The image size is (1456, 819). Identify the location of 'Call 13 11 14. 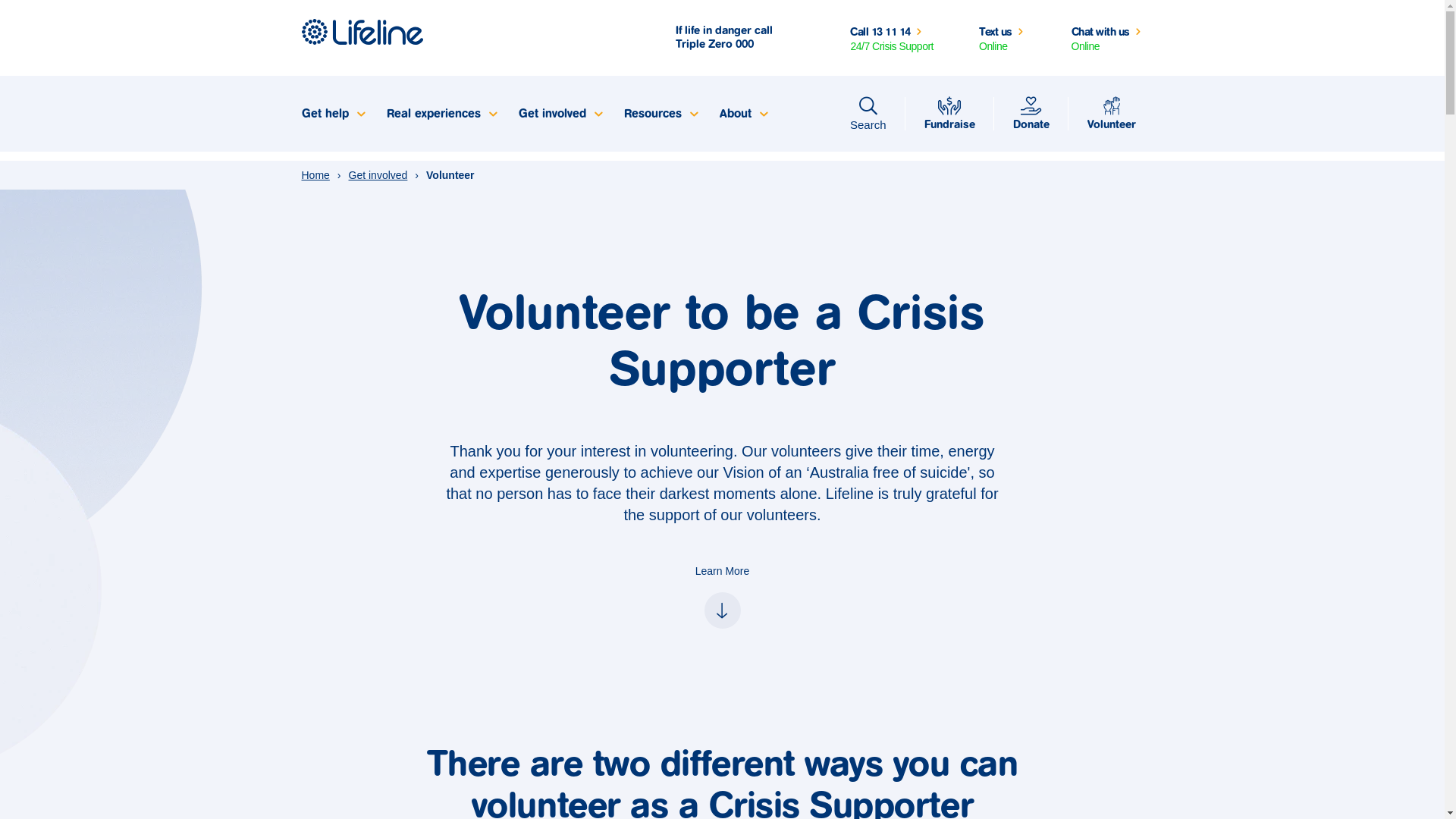
(892, 37).